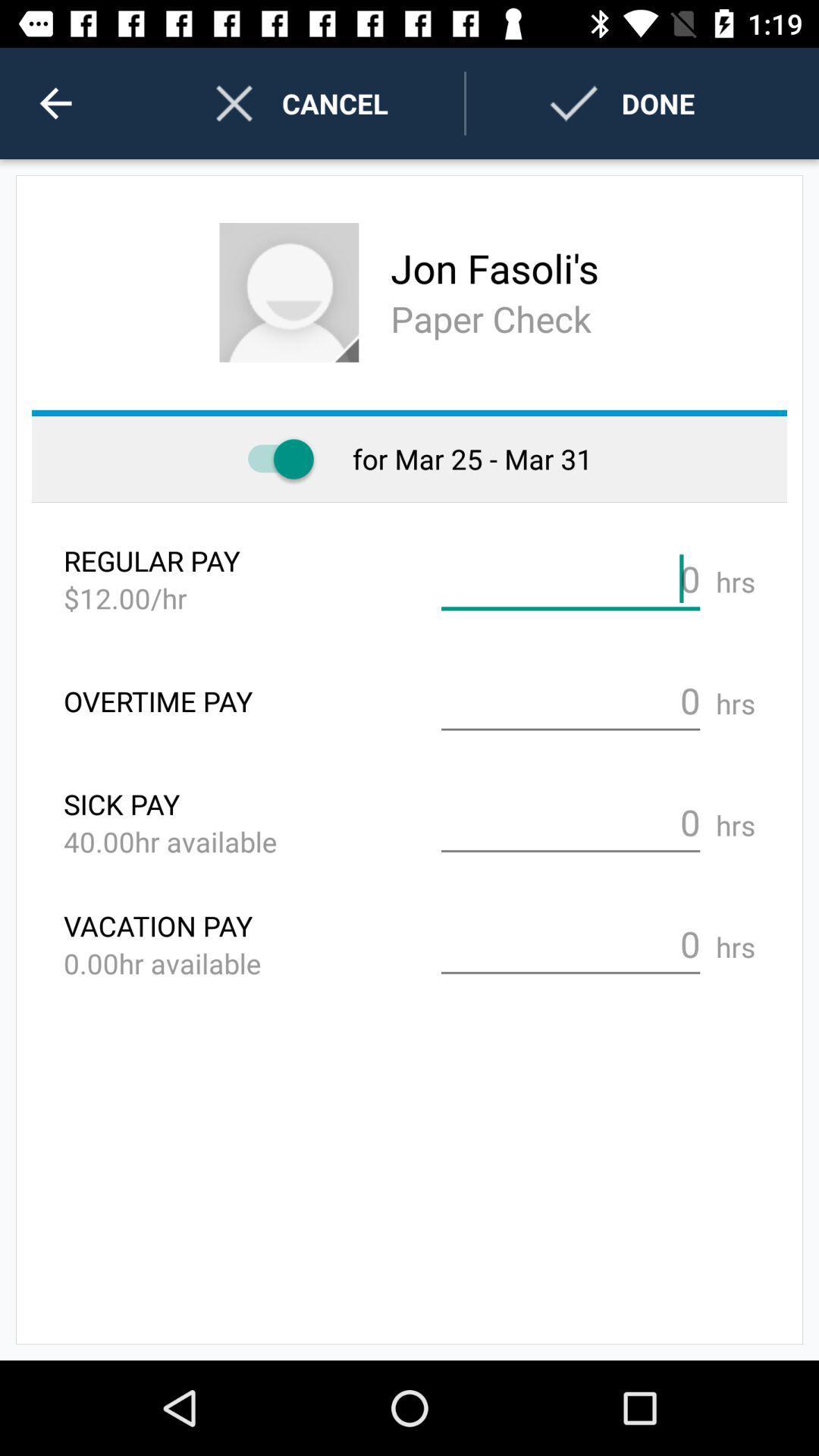  Describe the element at coordinates (289, 292) in the screenshot. I see `the item next to jon fasoli's icon` at that location.